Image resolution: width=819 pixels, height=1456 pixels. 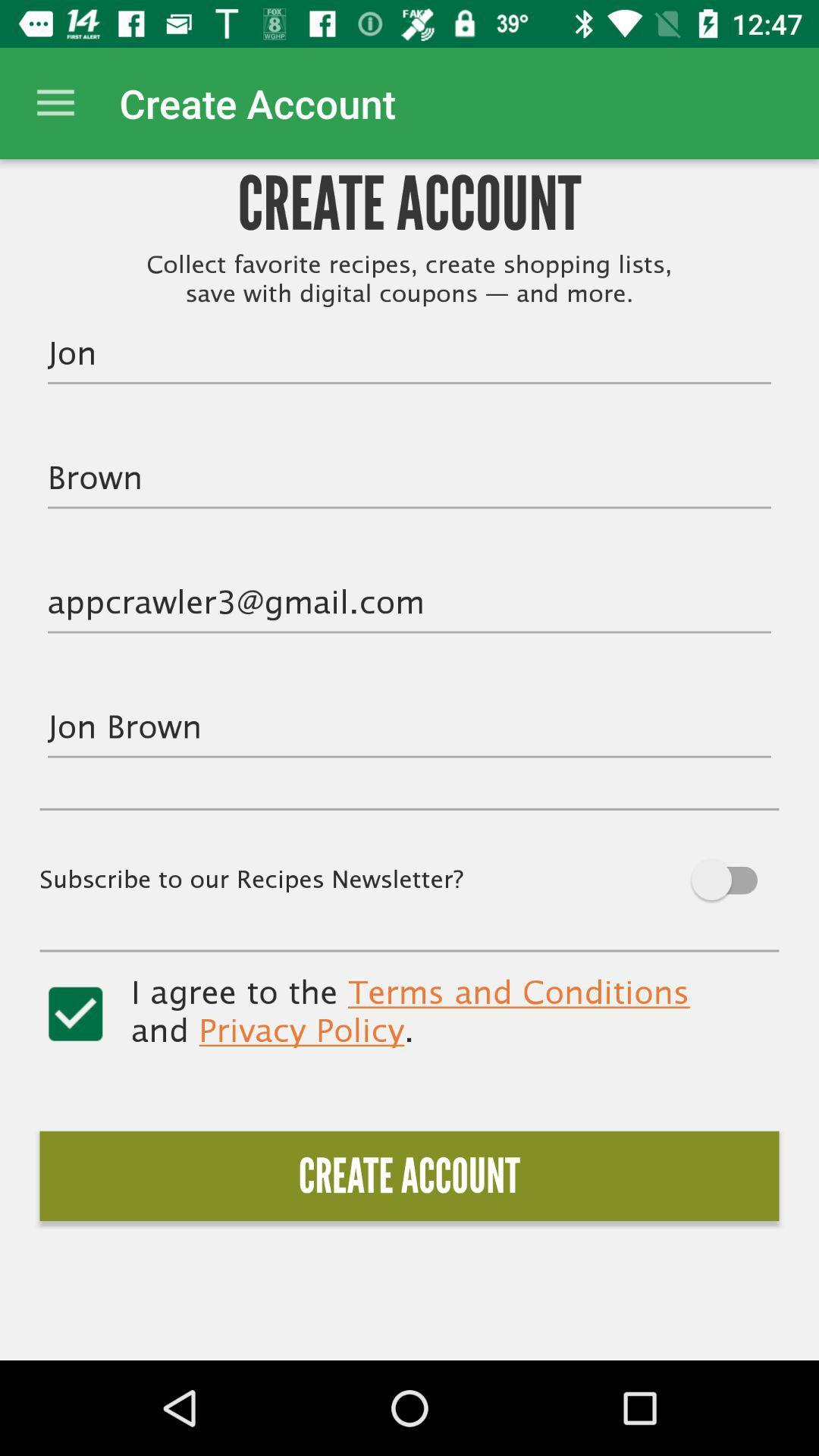 I want to click on off option, so click(x=699, y=880).